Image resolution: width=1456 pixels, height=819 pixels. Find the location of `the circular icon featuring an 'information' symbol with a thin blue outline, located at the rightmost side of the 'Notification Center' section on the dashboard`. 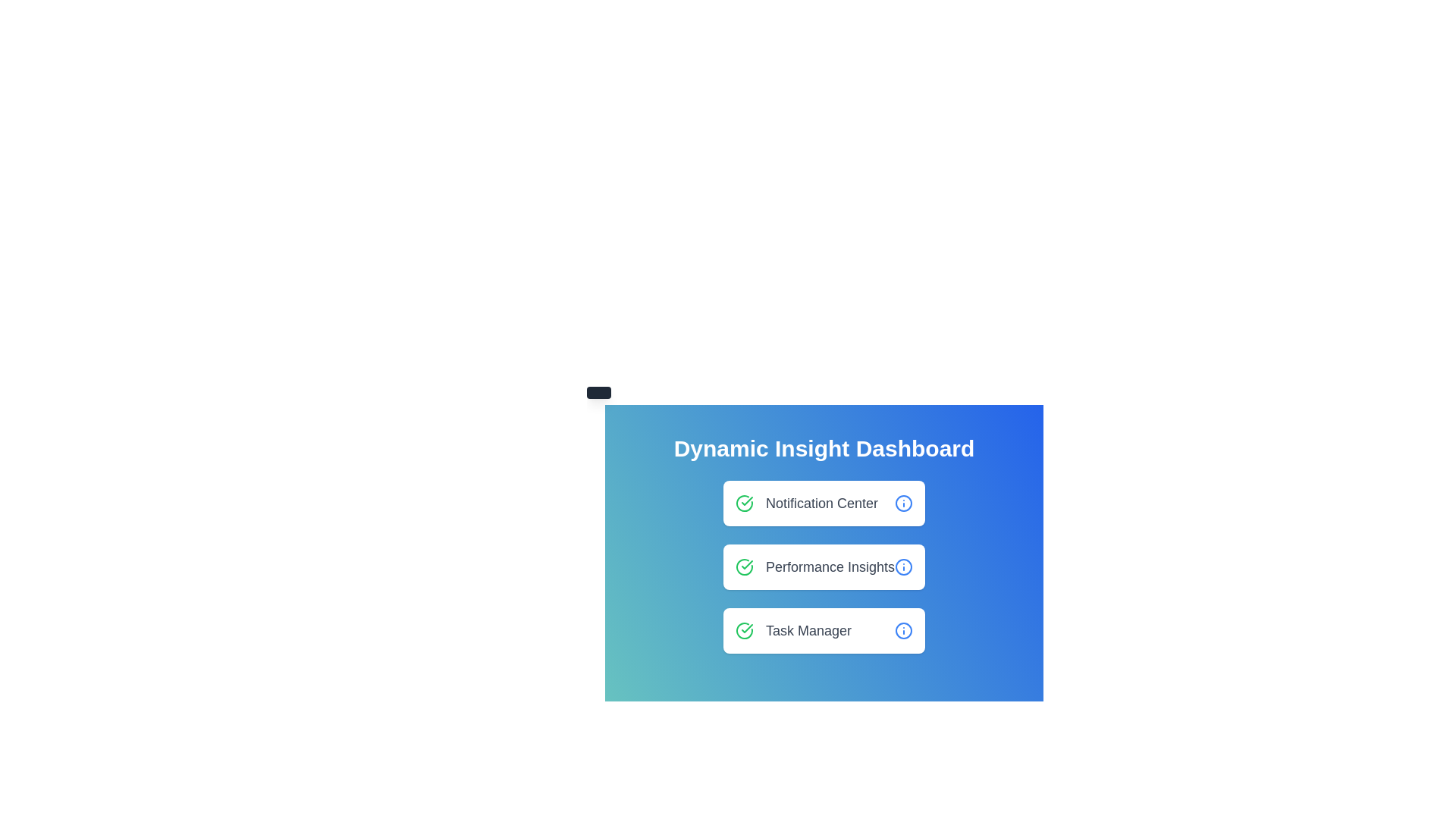

the circular icon featuring an 'information' symbol with a thin blue outline, located at the rightmost side of the 'Notification Center' section on the dashboard is located at coordinates (903, 503).